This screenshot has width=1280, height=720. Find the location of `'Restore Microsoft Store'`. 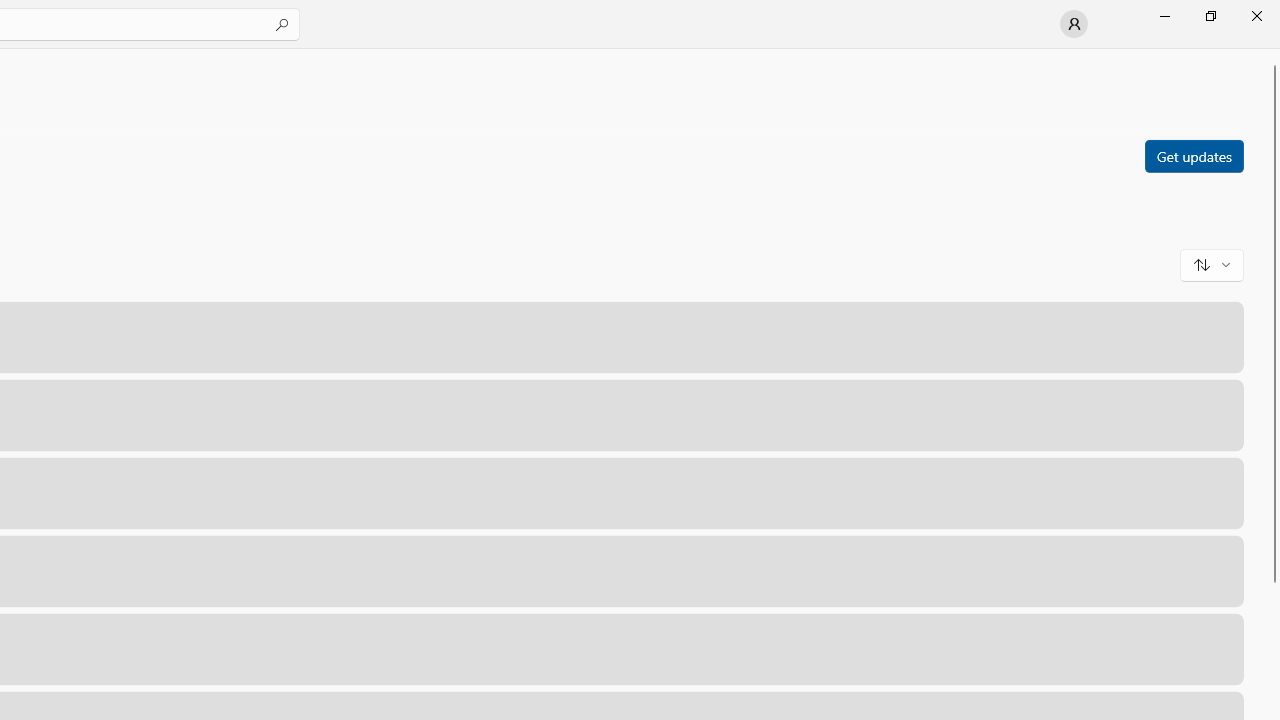

'Restore Microsoft Store' is located at coordinates (1209, 15).